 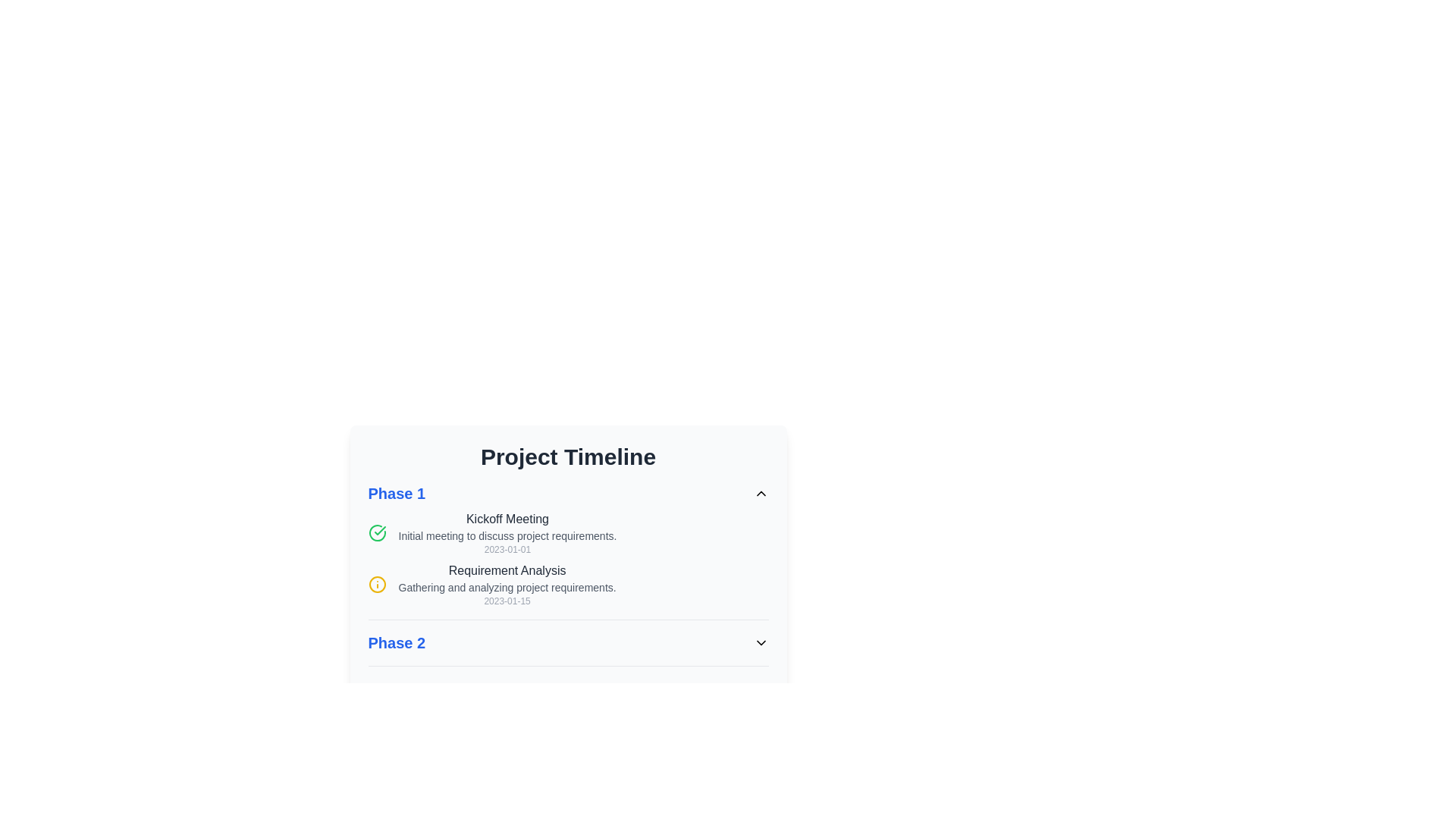 I want to click on date displayed in the Text Label that serves as a timestamp for the 'Kickoff Meeting', located below the descriptive sentence and part of the first phase of the timeline, so click(x=507, y=550).